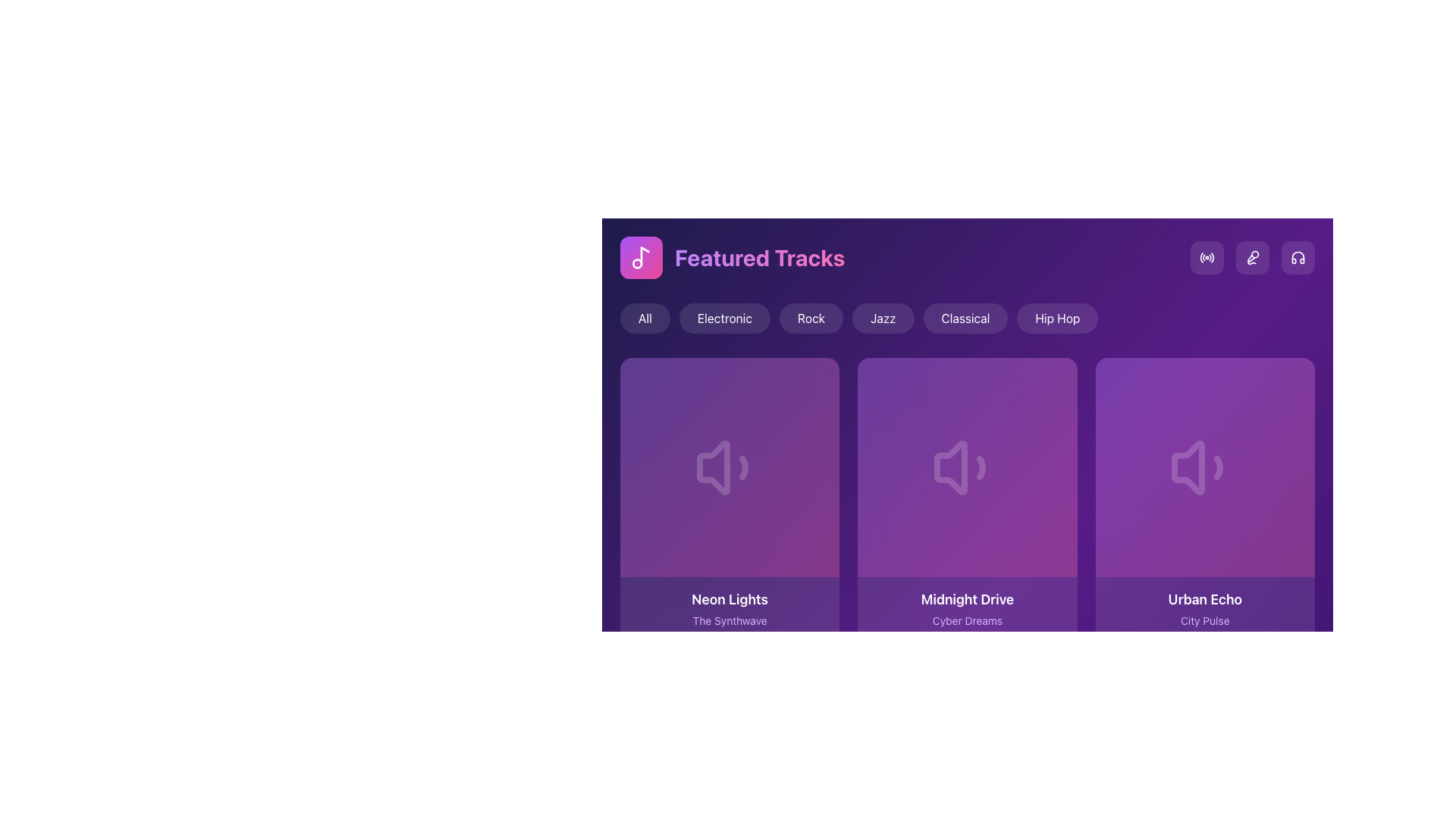 The height and width of the screenshot is (819, 1456). I want to click on the musical note icon in the upper-left corner of the application interface, so click(641, 256).